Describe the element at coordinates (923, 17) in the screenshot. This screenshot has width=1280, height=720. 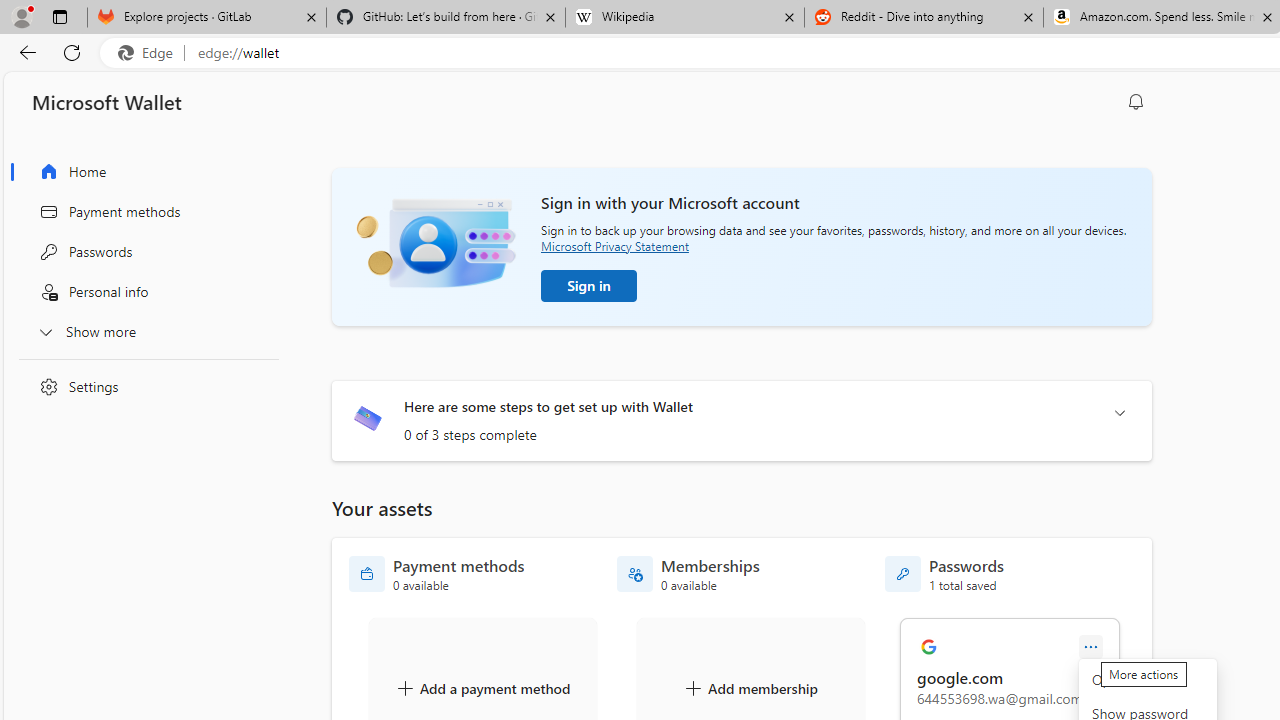
I see `'Reddit - Dive into anything'` at that location.